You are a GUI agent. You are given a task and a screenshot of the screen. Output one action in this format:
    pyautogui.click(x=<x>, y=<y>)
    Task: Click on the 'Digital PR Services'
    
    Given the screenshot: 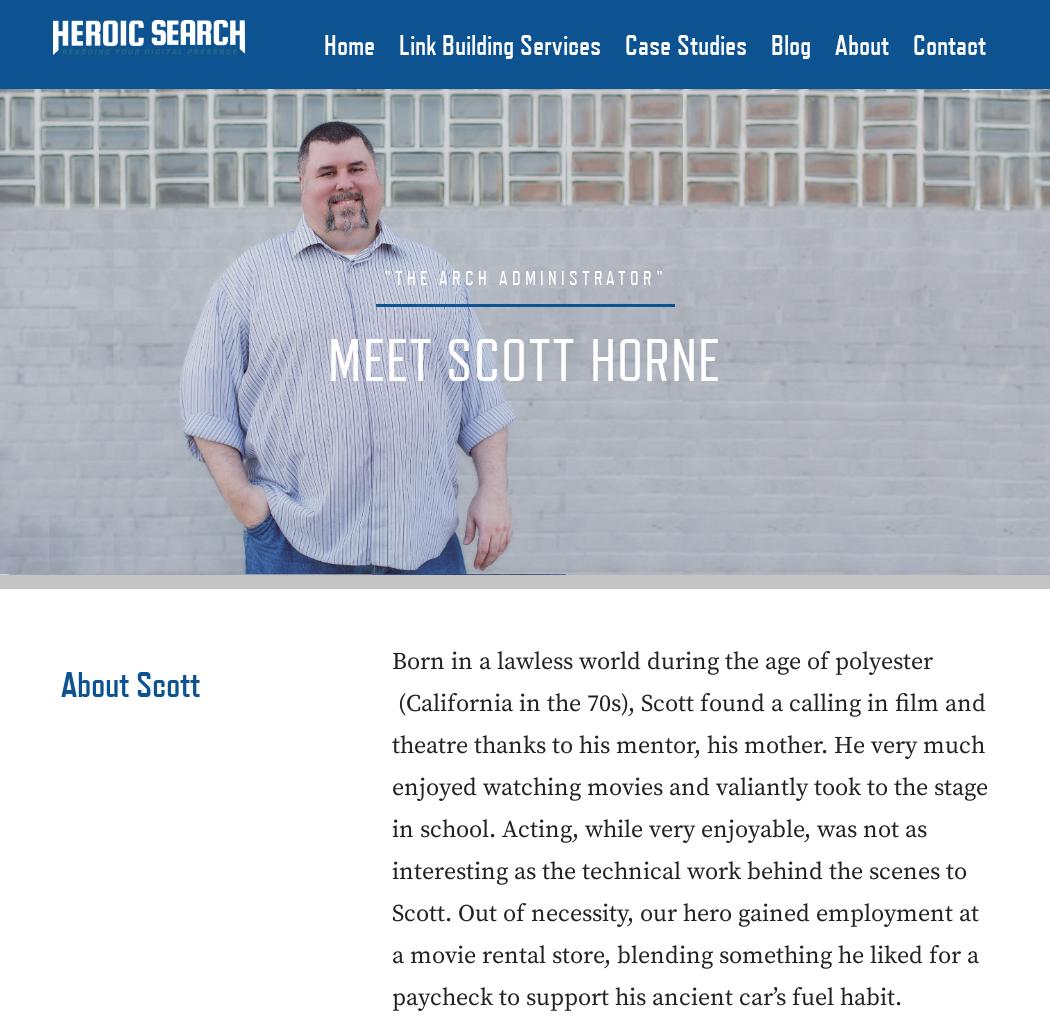 What is the action you would take?
    pyautogui.click(x=489, y=361)
    